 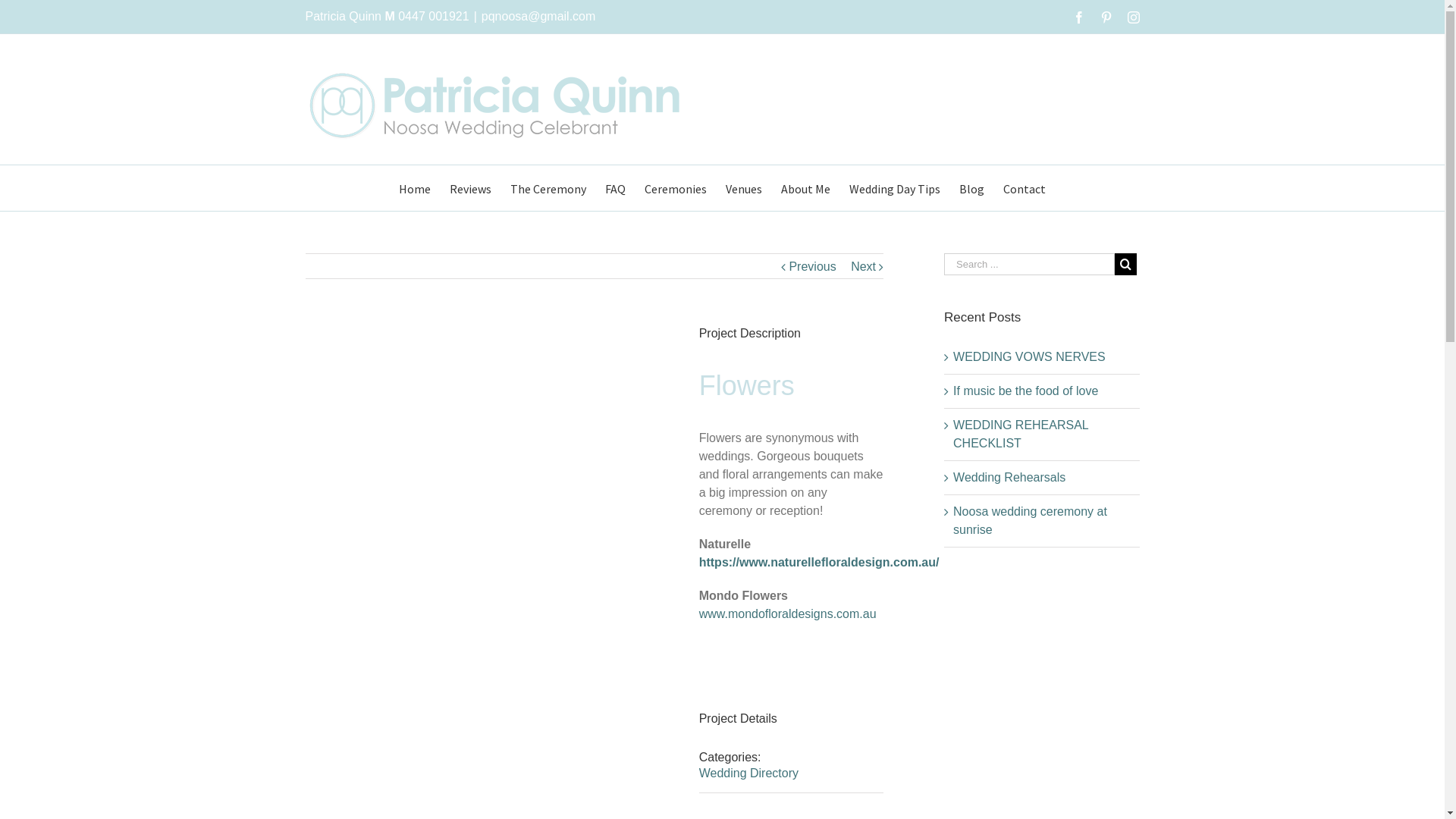 What do you see at coordinates (615, 187) in the screenshot?
I see `'FAQ'` at bounding box center [615, 187].